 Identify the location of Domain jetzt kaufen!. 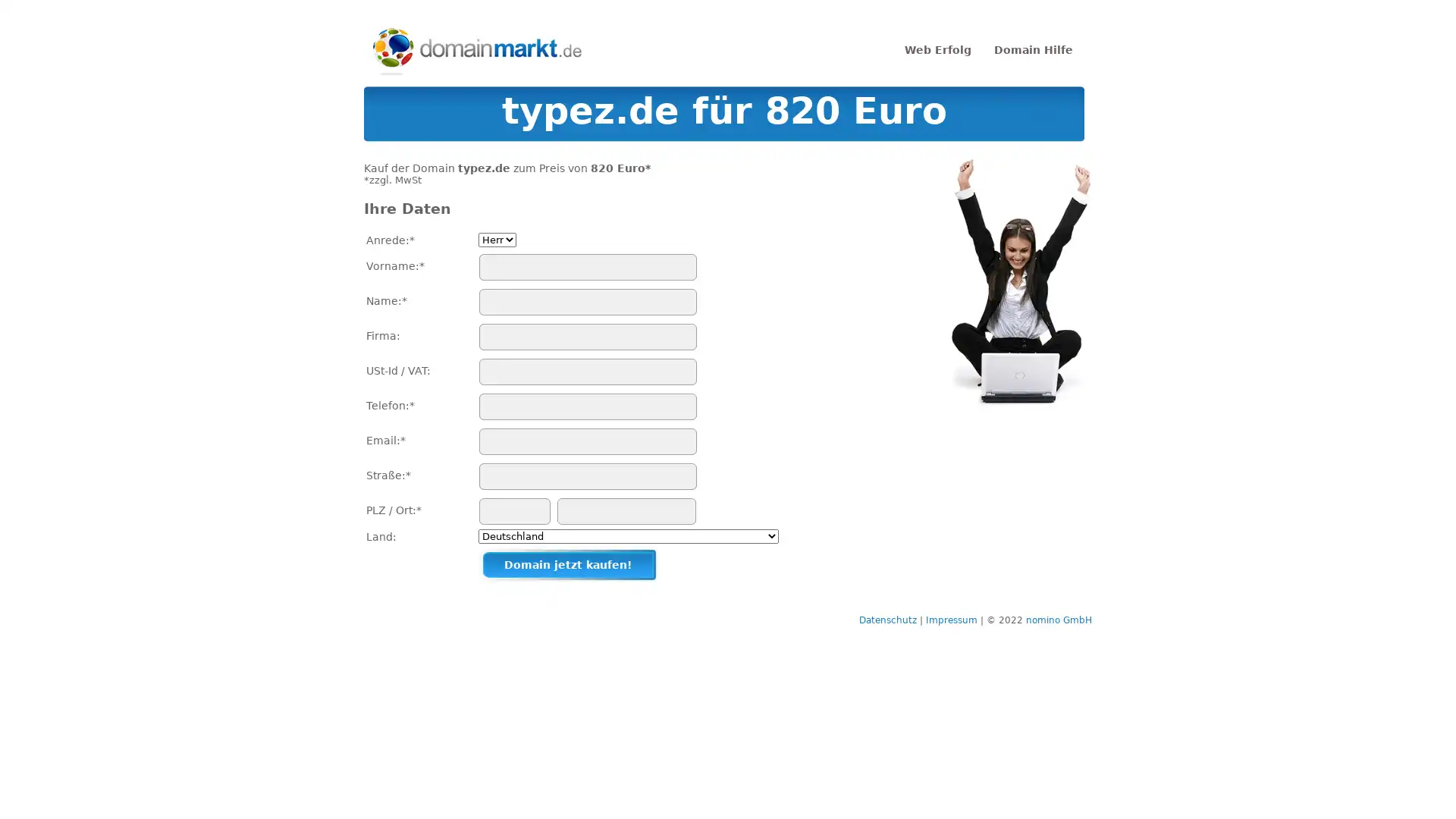
(566, 564).